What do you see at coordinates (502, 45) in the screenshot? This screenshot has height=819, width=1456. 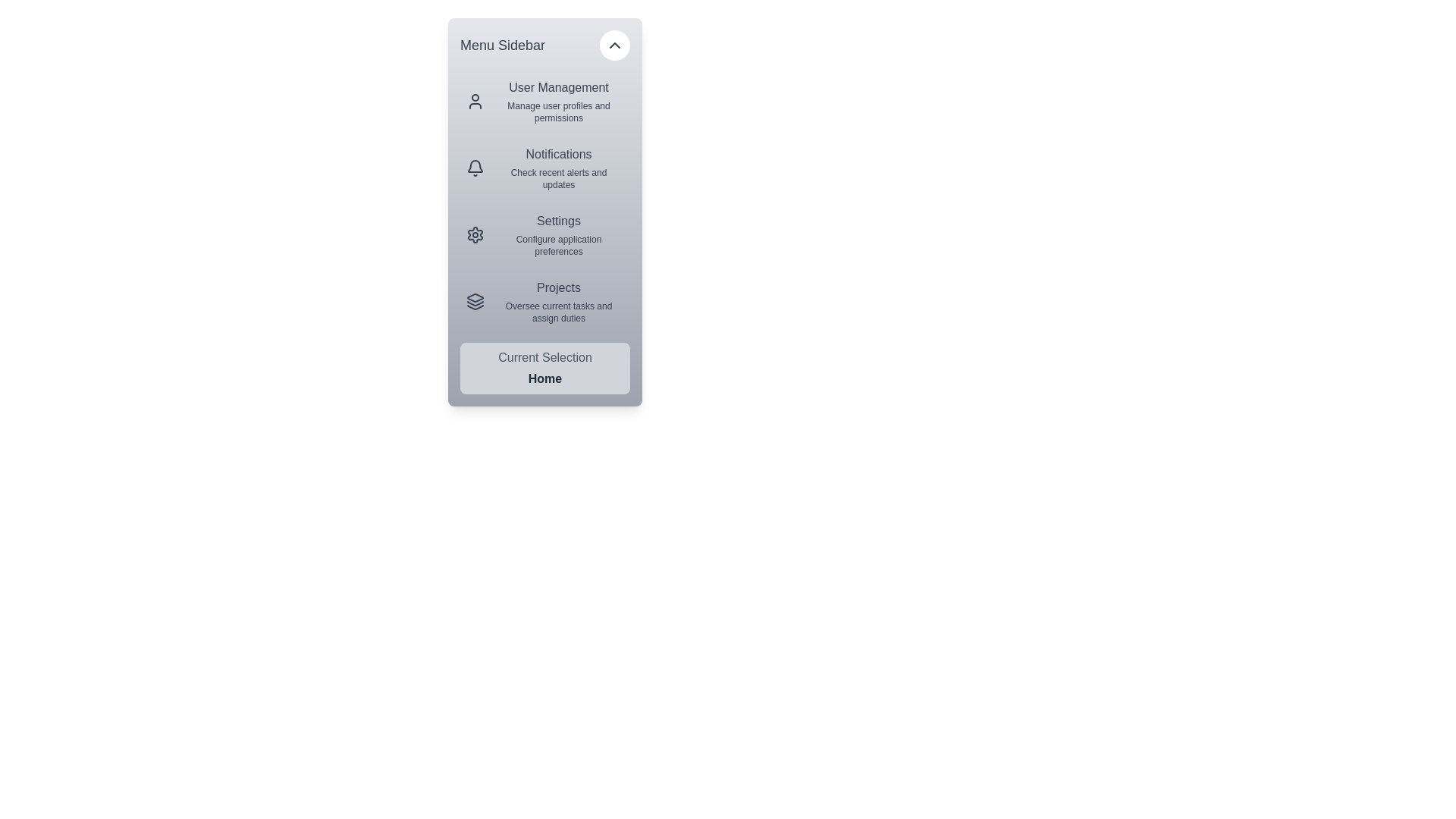 I see `the 'Menu Sidebar' text label, which is a distinct header styled in large, medium-bold dark gray font, located at the top section of the sidebar interface` at bounding box center [502, 45].